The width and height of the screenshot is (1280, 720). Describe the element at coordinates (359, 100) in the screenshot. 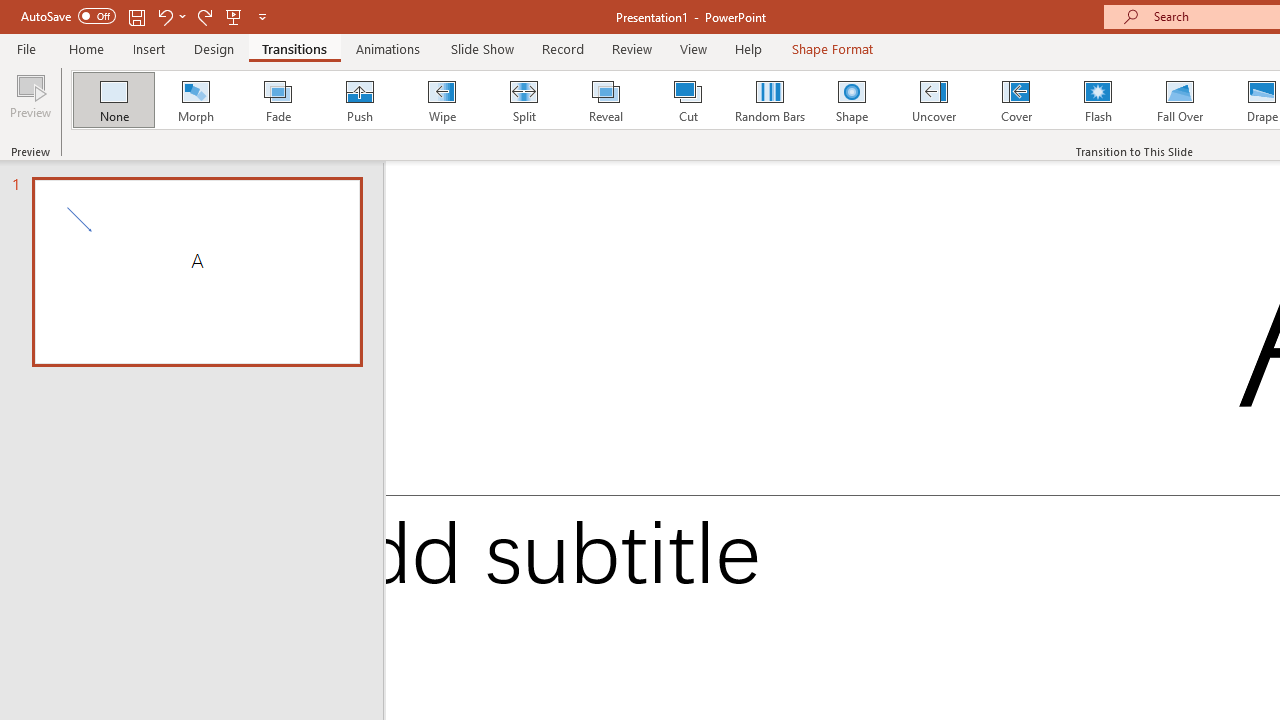

I see `'Push'` at that location.